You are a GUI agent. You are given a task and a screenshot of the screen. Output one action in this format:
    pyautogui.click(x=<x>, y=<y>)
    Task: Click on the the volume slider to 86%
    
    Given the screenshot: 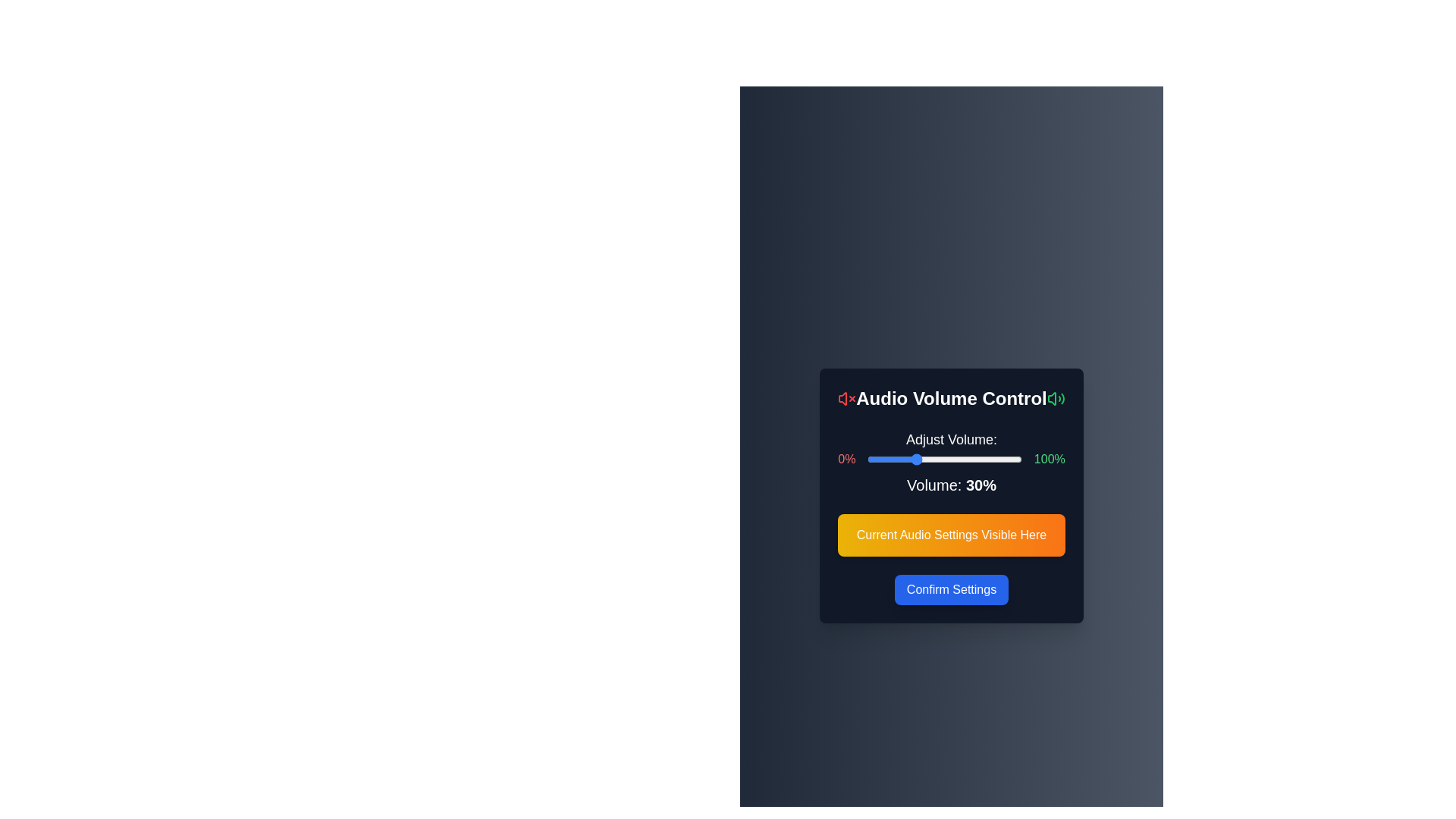 What is the action you would take?
    pyautogui.click(x=1000, y=458)
    